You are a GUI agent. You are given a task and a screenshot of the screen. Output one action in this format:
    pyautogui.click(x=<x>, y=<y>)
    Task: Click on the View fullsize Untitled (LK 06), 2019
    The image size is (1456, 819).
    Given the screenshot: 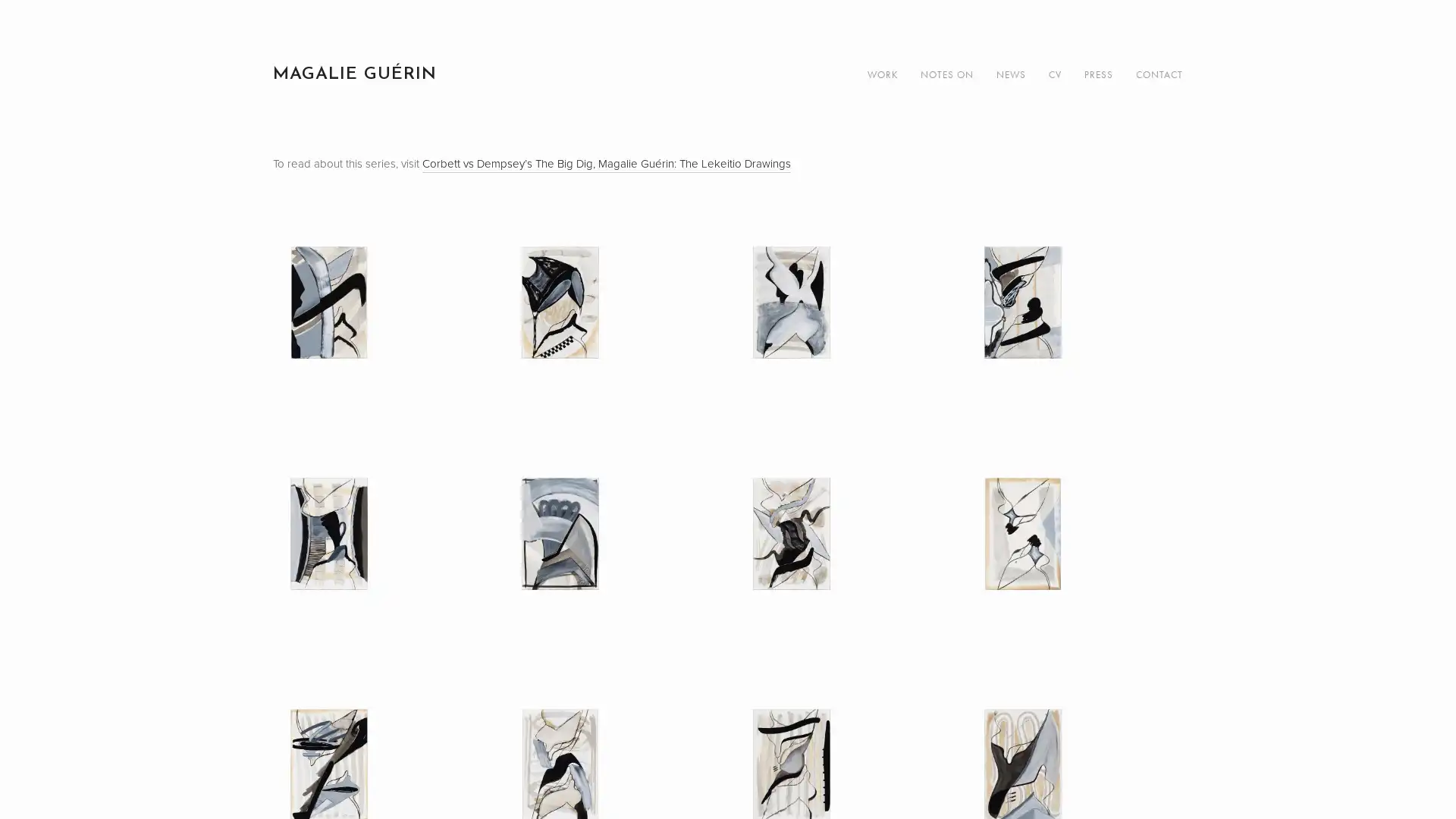 What is the action you would take?
    pyautogui.click(x=612, y=585)
    